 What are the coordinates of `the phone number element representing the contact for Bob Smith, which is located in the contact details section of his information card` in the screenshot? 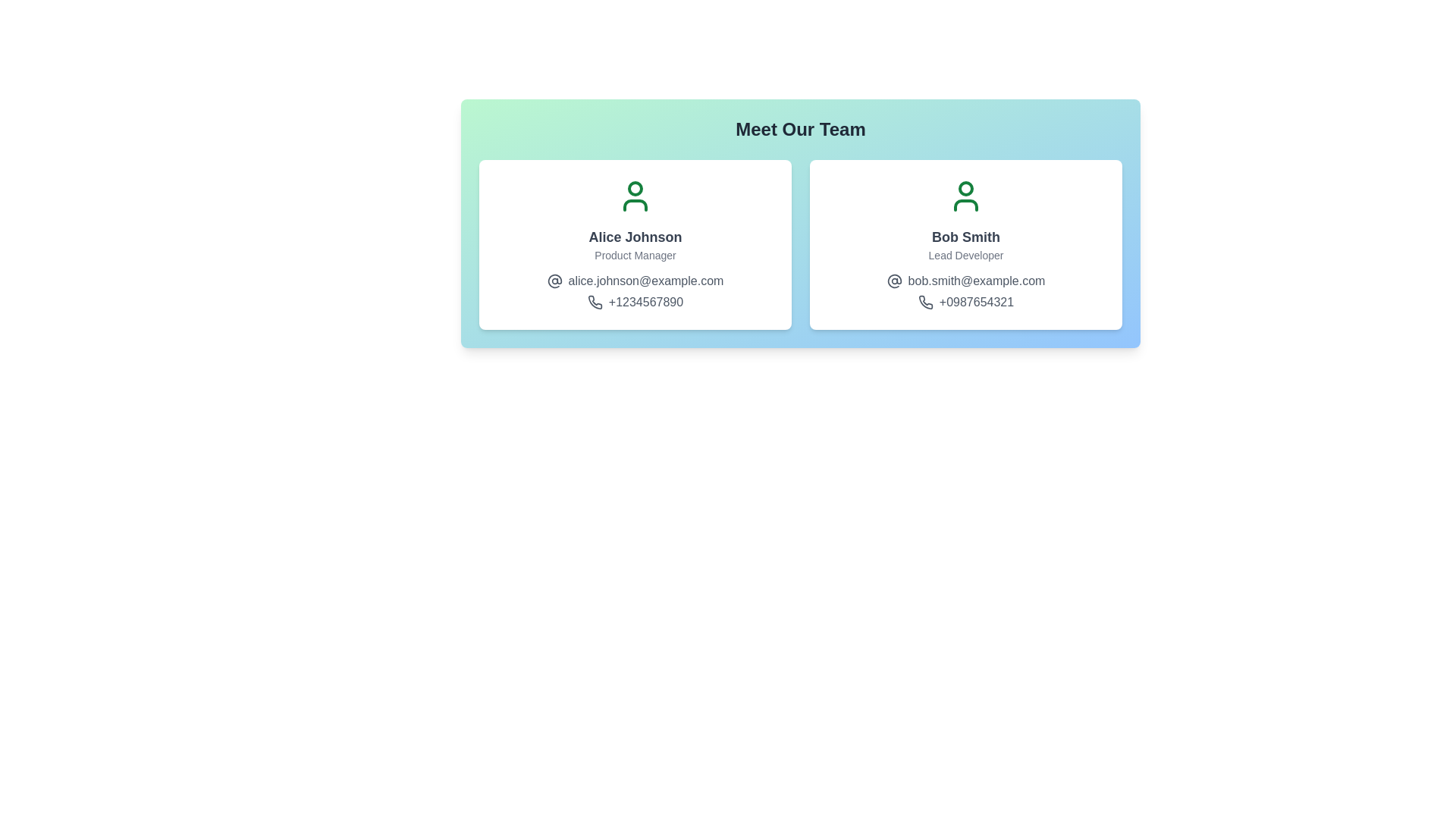 It's located at (965, 302).